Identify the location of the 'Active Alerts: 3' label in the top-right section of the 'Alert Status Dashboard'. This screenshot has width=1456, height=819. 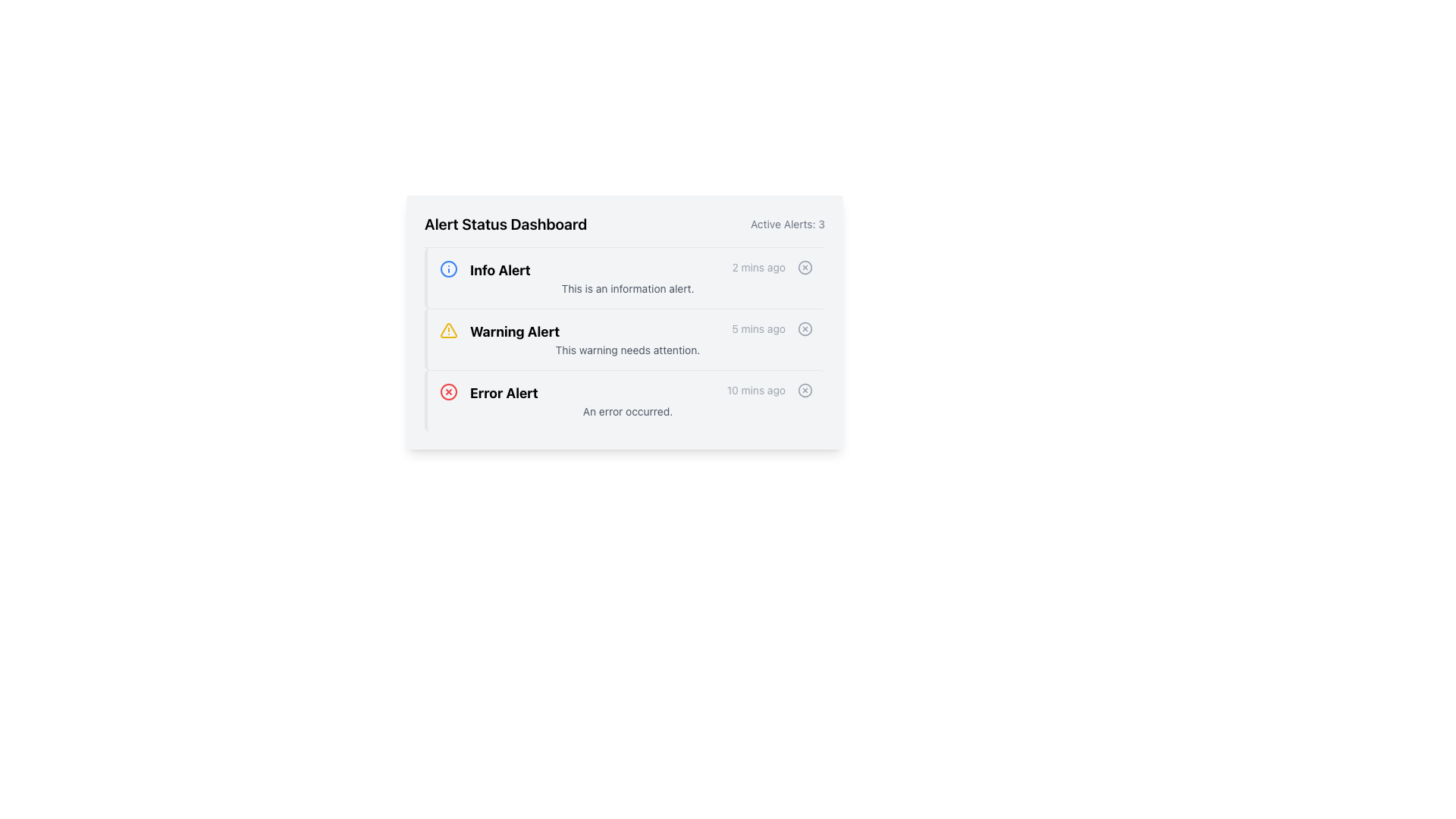
(787, 224).